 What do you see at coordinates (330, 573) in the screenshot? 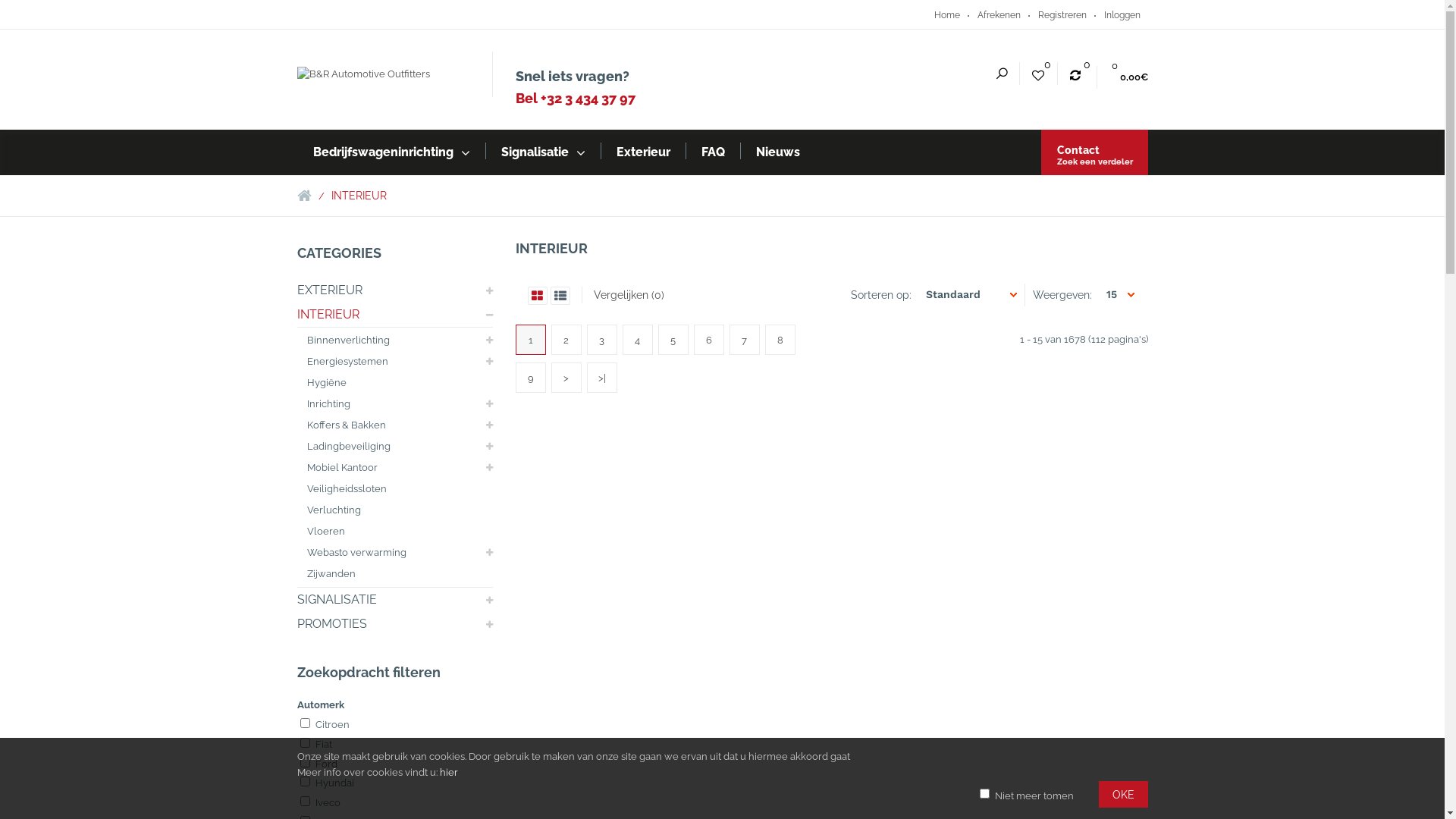
I see `'Zijwanden'` at bounding box center [330, 573].